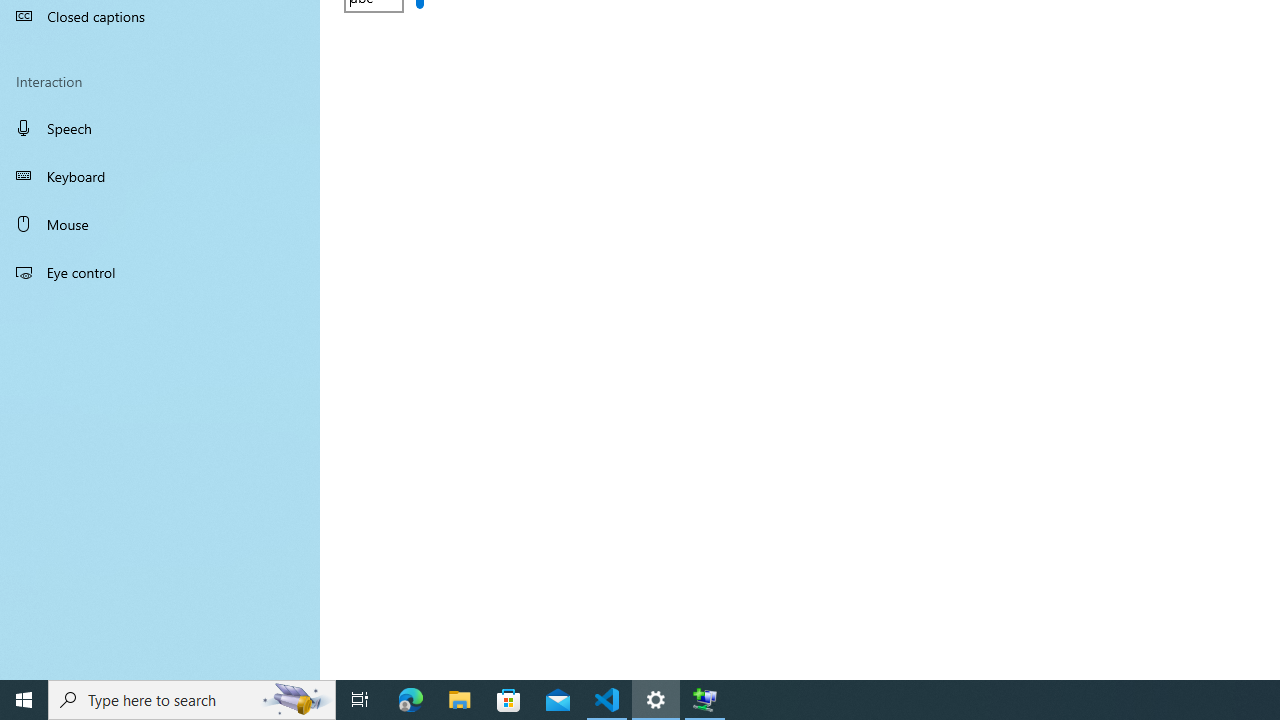 The width and height of the screenshot is (1280, 720). What do you see at coordinates (160, 223) in the screenshot?
I see `'Mouse'` at bounding box center [160, 223].